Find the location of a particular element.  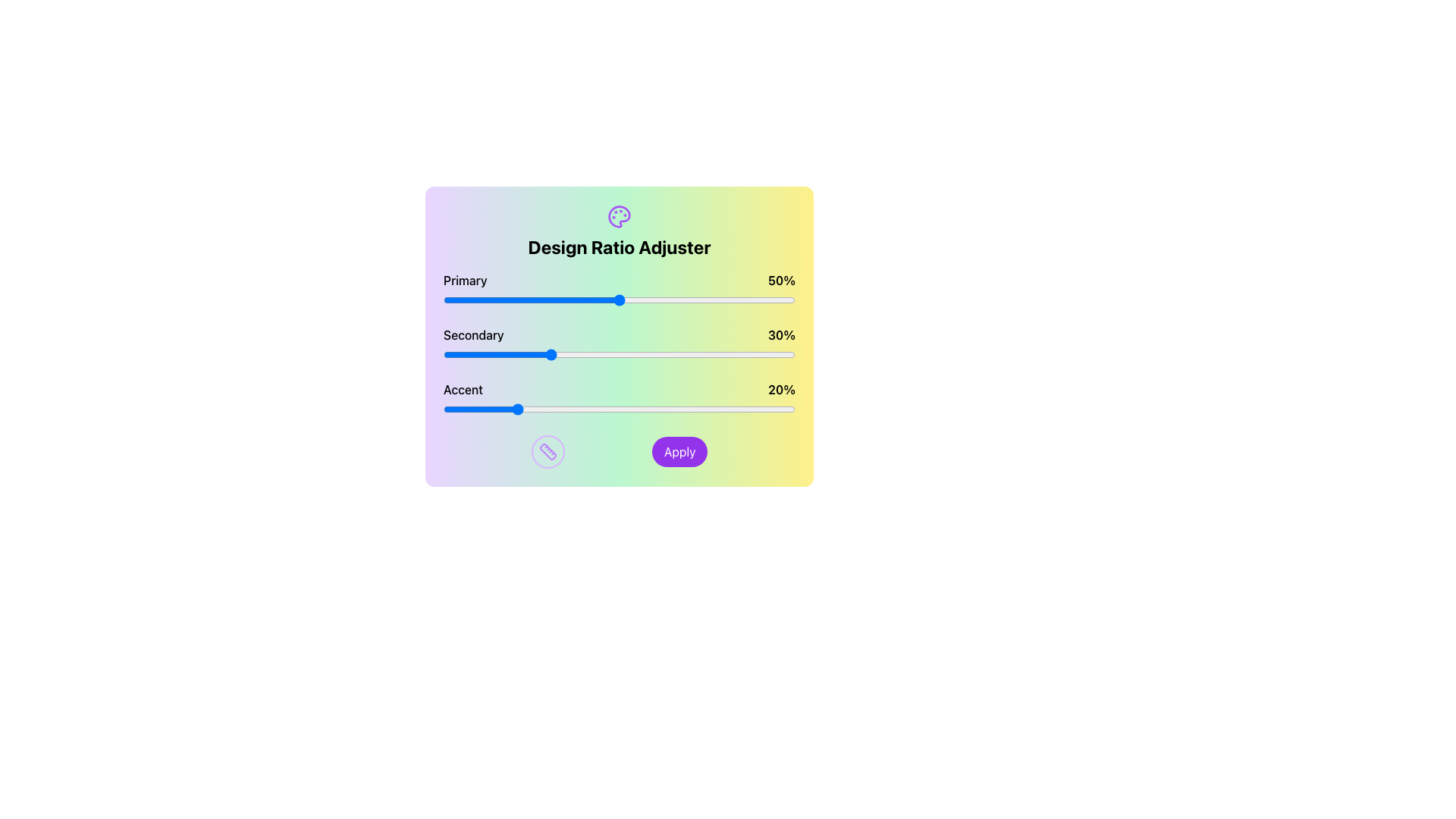

the 'Accent' label which displays the word in bold text on the leftmost side of the third row in the panel is located at coordinates (462, 388).